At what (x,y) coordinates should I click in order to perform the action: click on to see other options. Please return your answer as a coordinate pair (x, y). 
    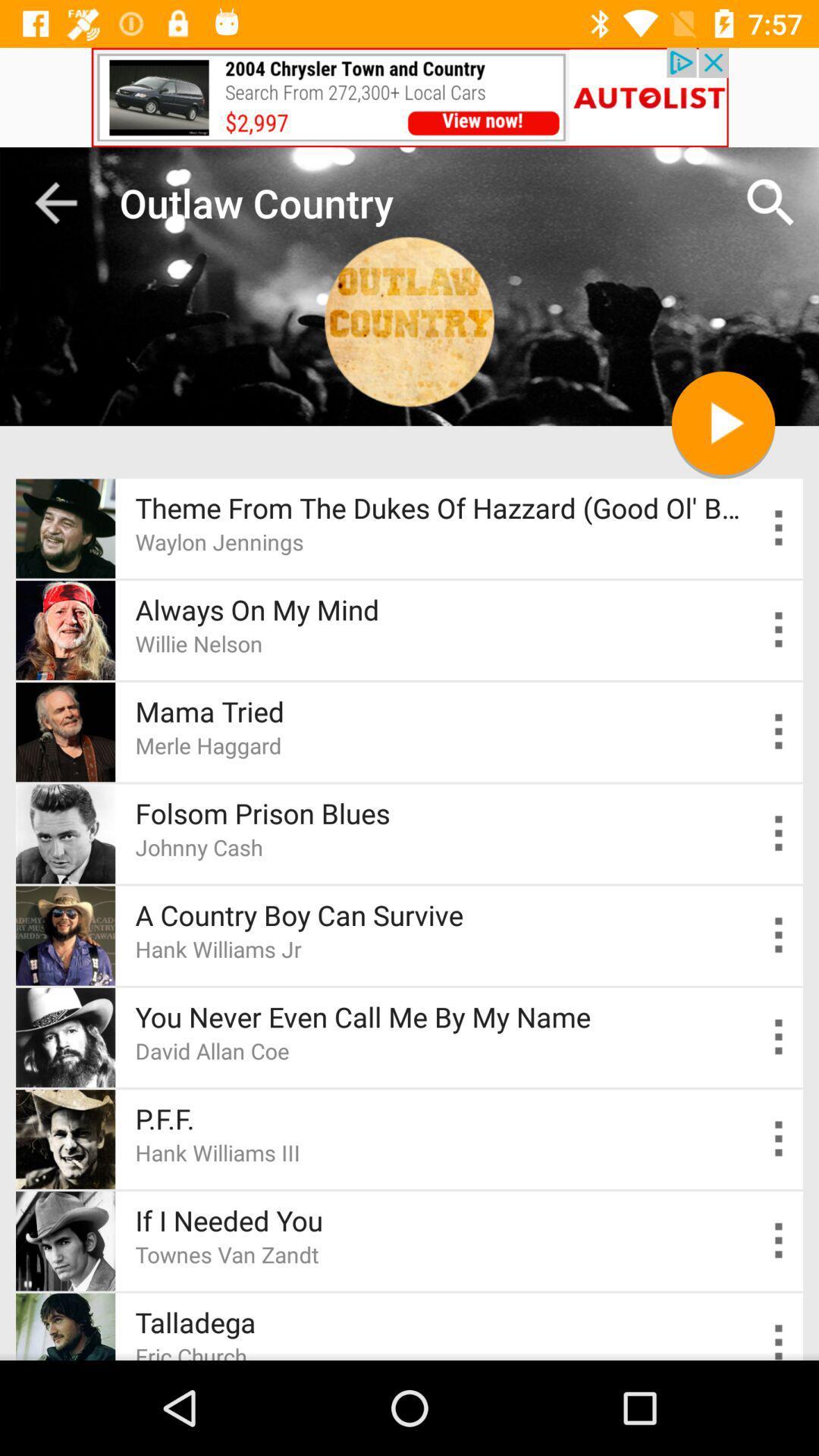
    Looking at the image, I should click on (779, 629).